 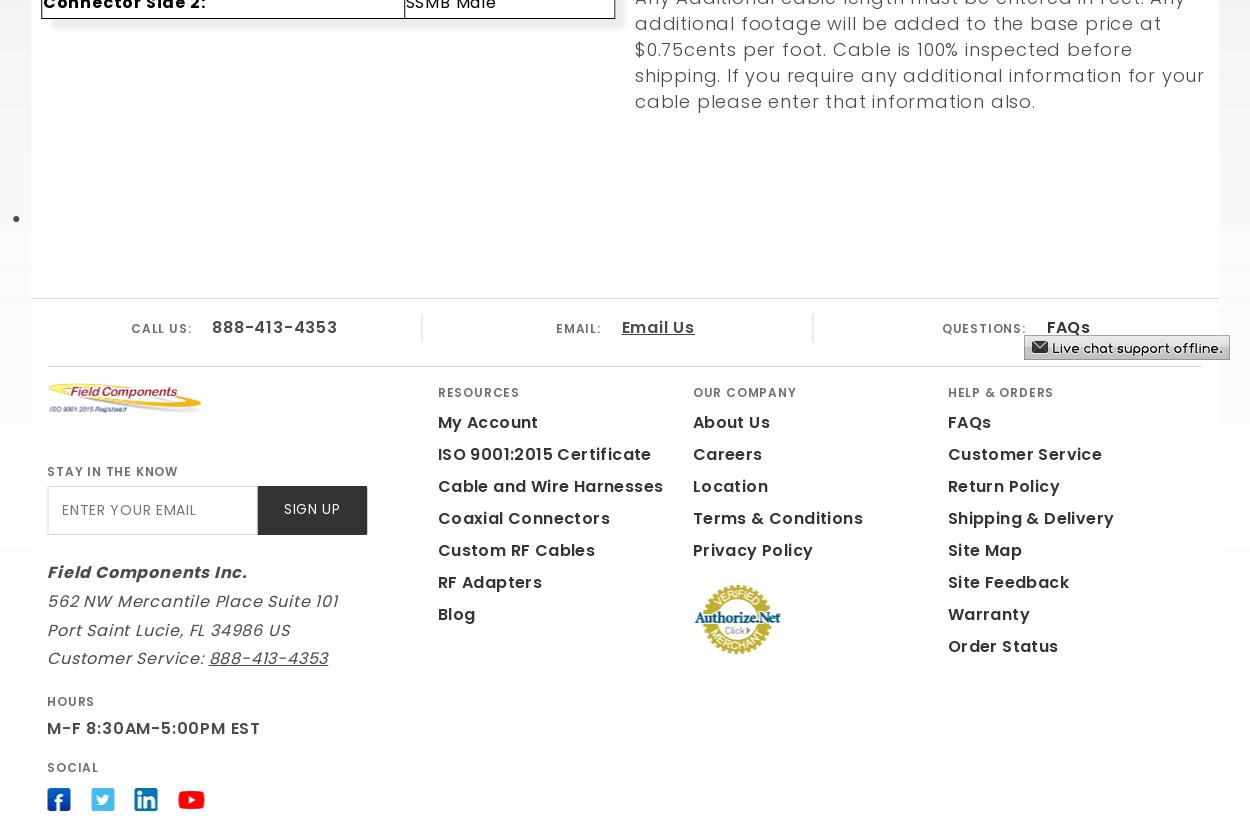 What do you see at coordinates (987, 613) in the screenshot?
I see `'Warranty'` at bounding box center [987, 613].